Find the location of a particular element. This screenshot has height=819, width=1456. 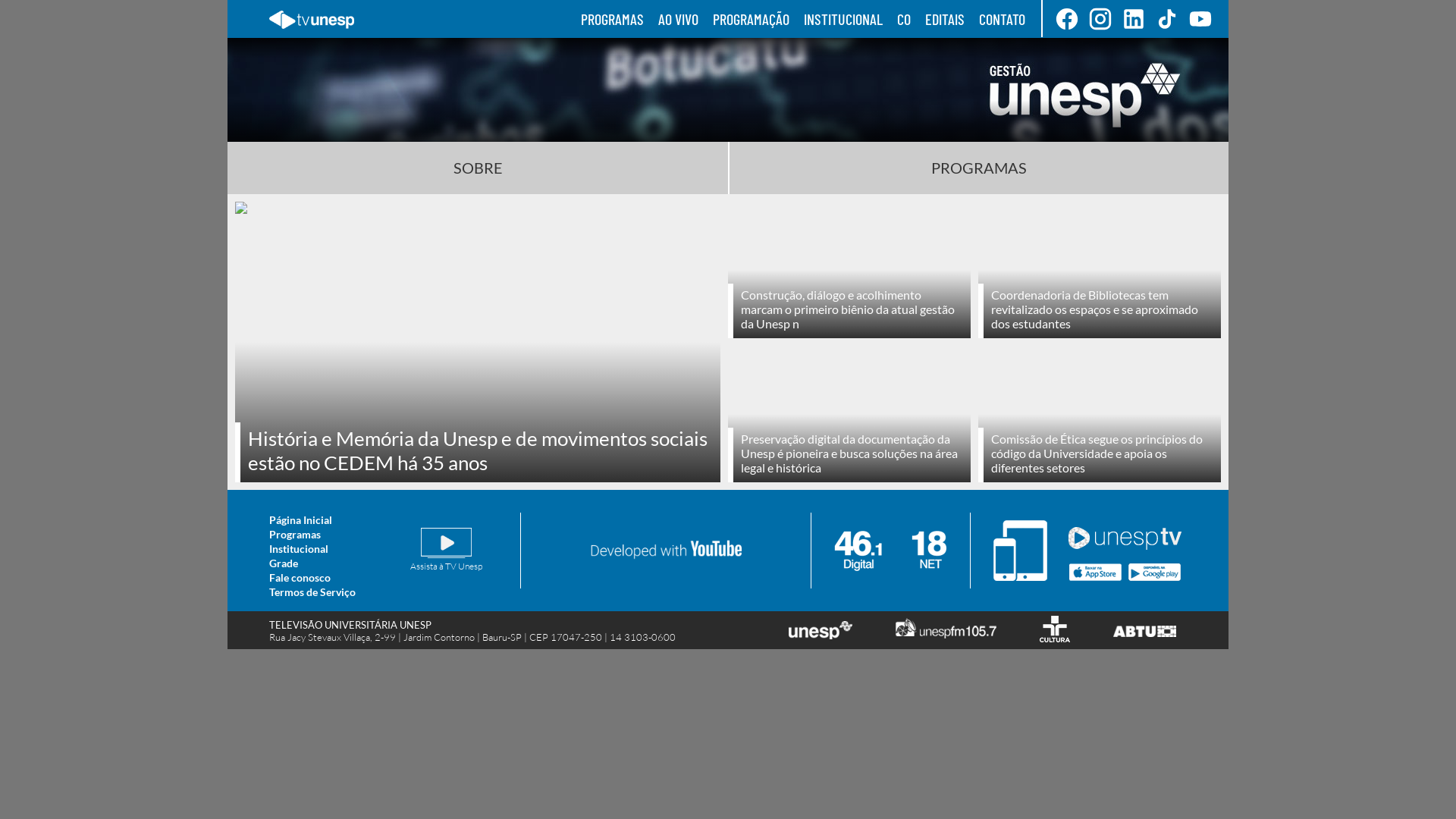

'AO VIVO' is located at coordinates (677, 18).